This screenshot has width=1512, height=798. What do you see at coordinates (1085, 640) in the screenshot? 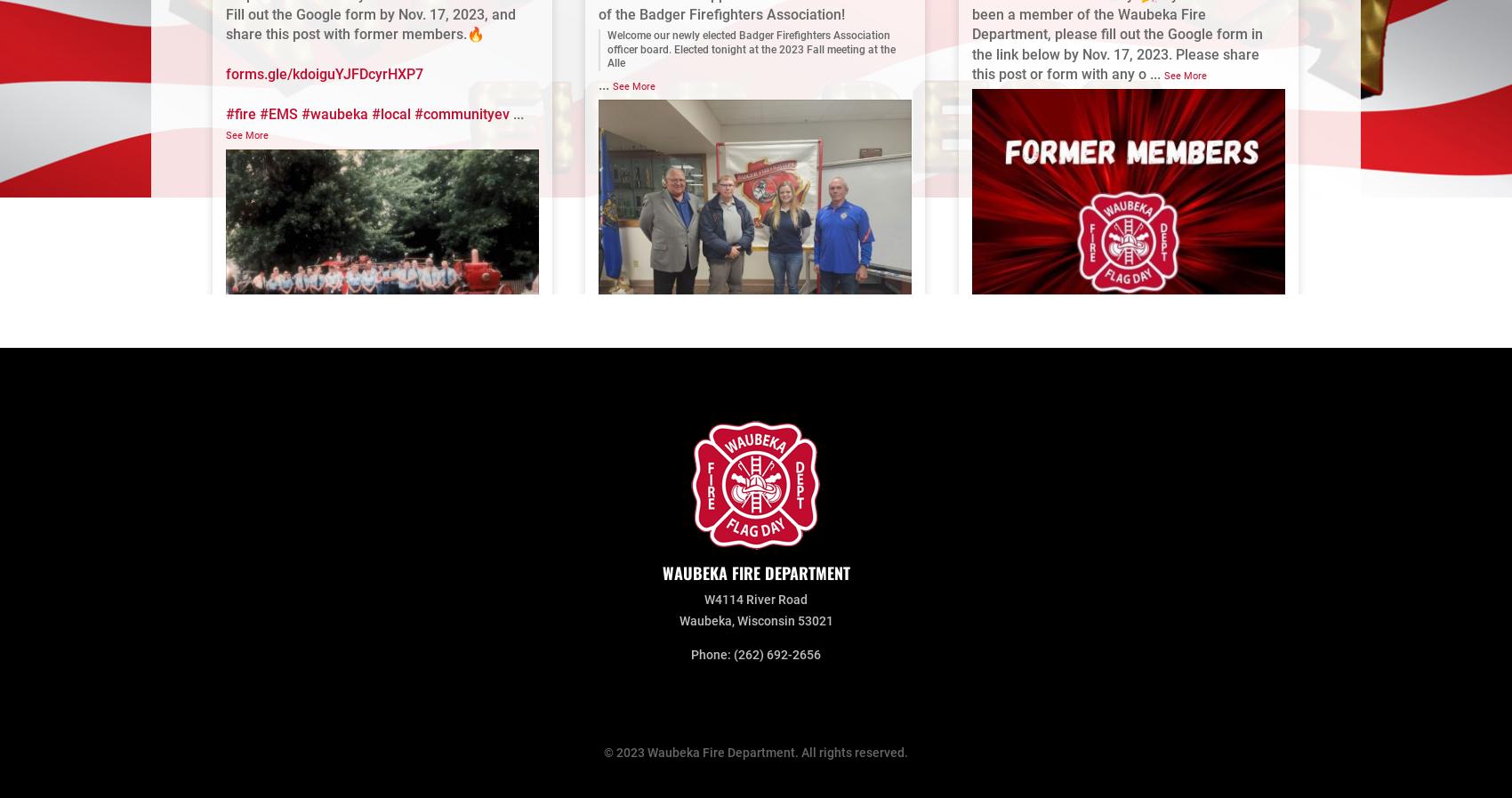
I see `'#food'` at bounding box center [1085, 640].